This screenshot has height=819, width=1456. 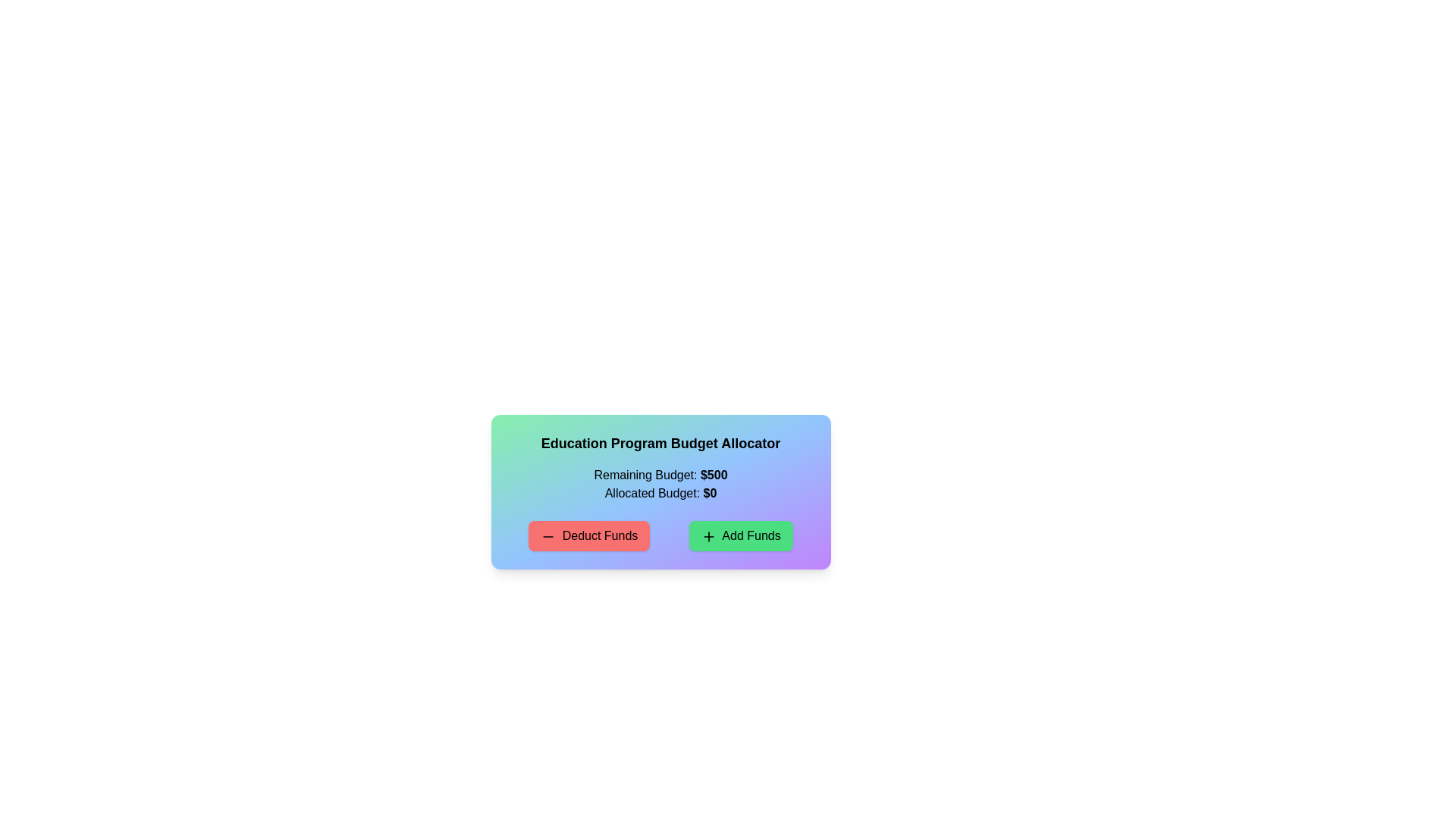 I want to click on the visual indicator icon for the 'Deduct Funds' button located at the bottom left of the interface beneath the 'Education Program Budget Allocator' heading, so click(x=548, y=535).